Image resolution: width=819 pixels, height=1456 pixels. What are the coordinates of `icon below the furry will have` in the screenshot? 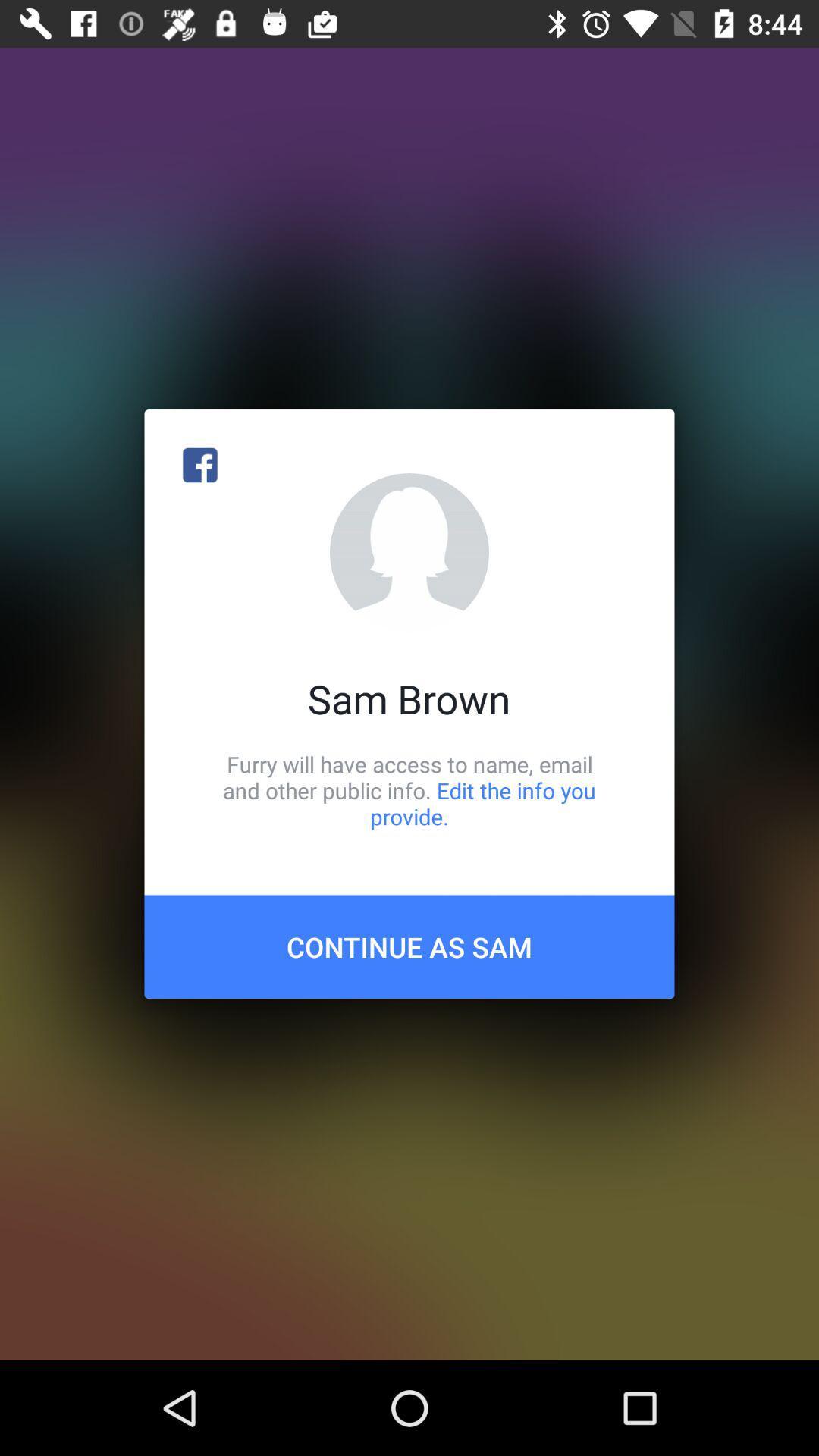 It's located at (409, 946).